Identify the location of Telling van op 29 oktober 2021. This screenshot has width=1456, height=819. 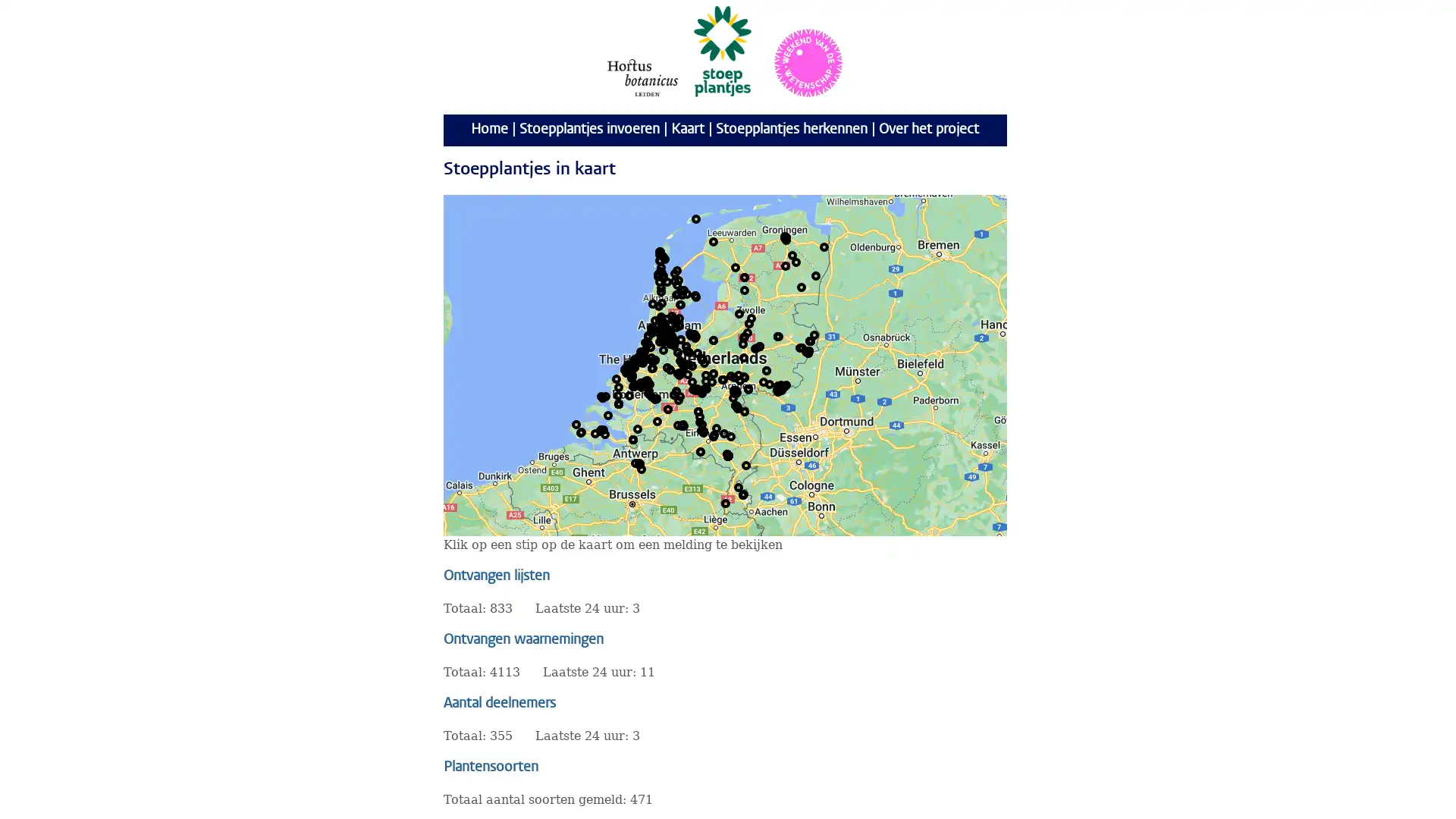
(640, 357).